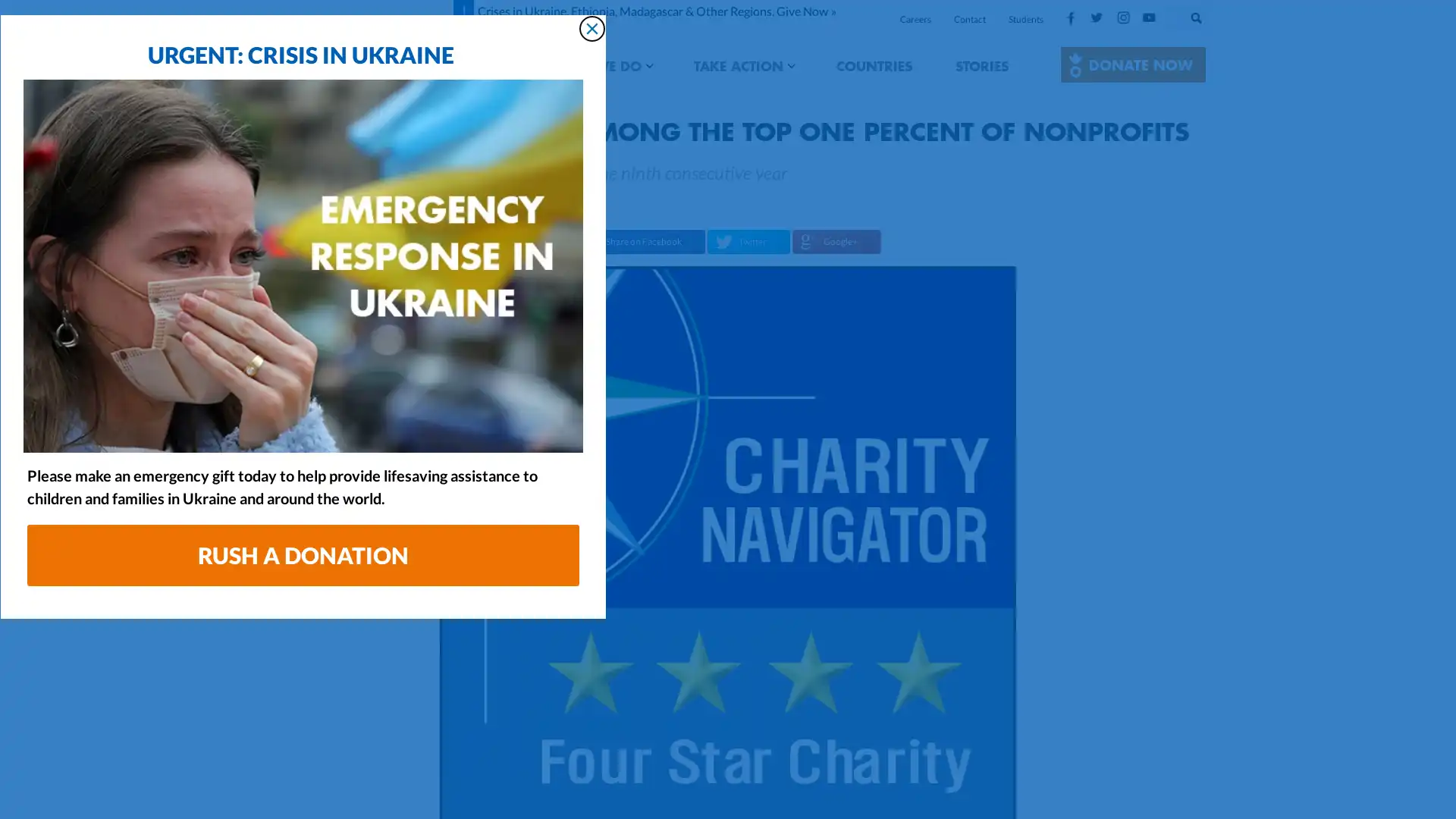 This screenshot has width=1456, height=819. I want to click on Search, so click(1211, 14).